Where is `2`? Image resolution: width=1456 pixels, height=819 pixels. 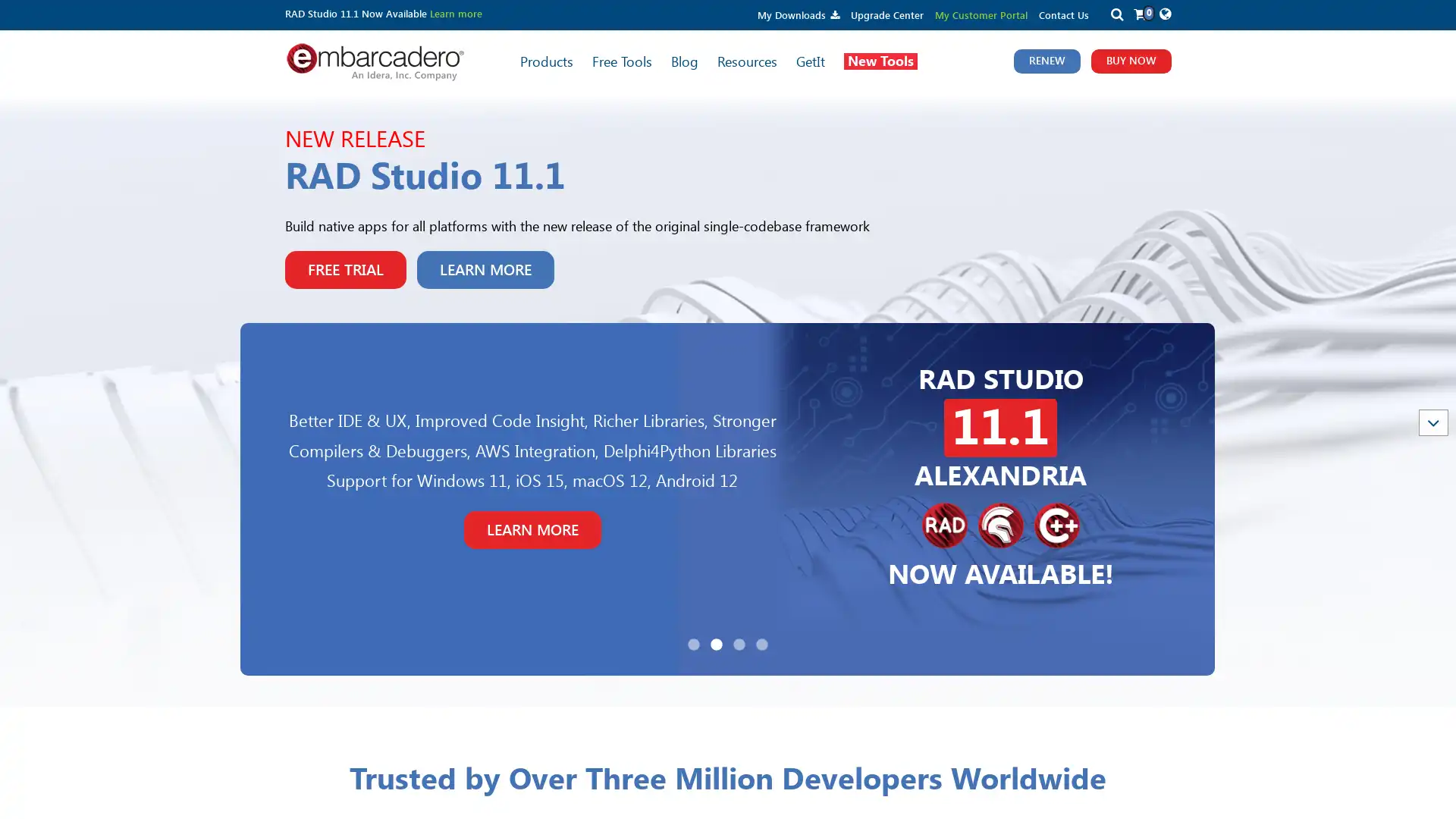 2 is located at coordinates (716, 644).